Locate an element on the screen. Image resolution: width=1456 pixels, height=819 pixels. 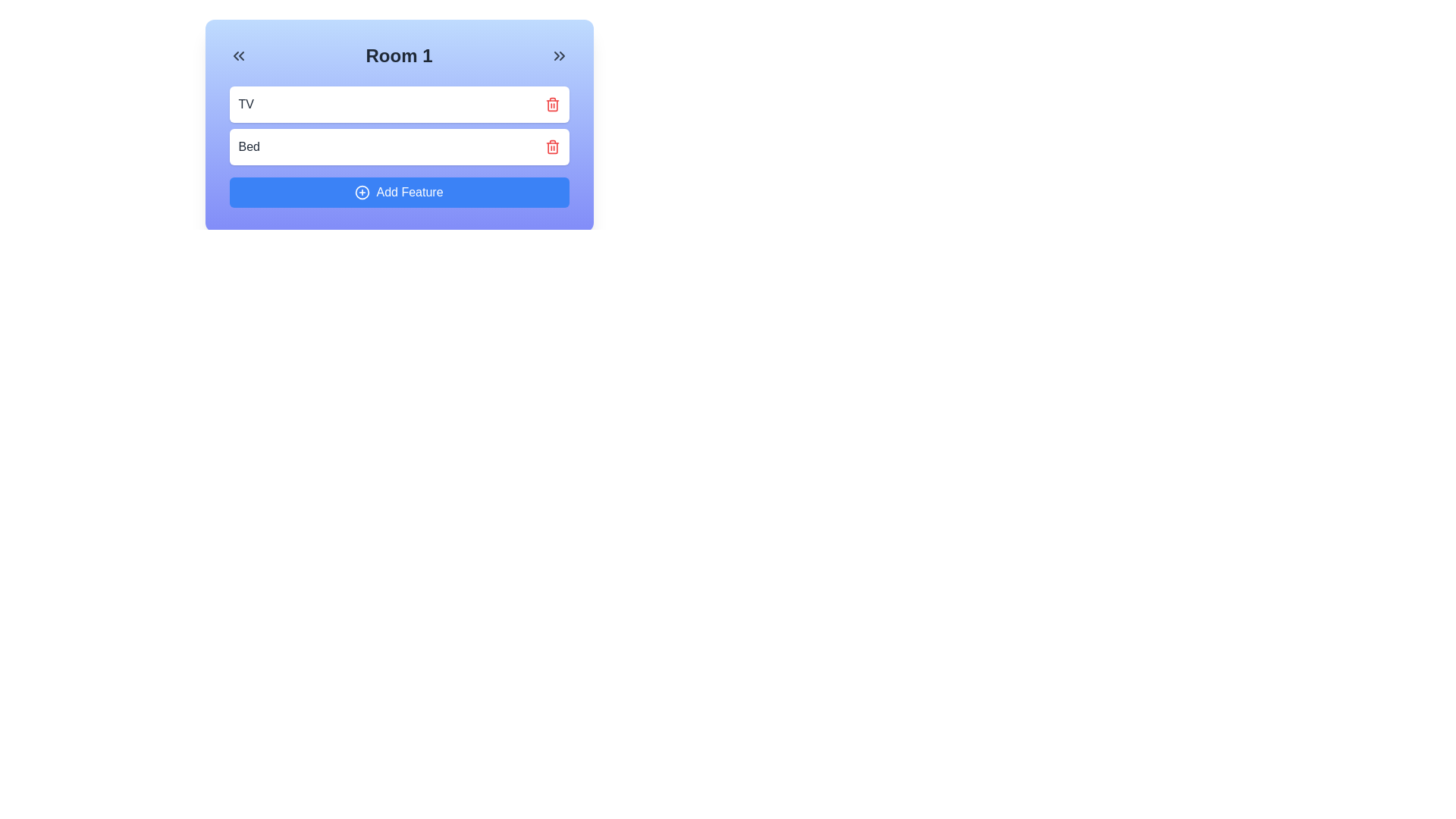
the red-colored trash icon button located to the right of the text 'Bed' is located at coordinates (551, 146).